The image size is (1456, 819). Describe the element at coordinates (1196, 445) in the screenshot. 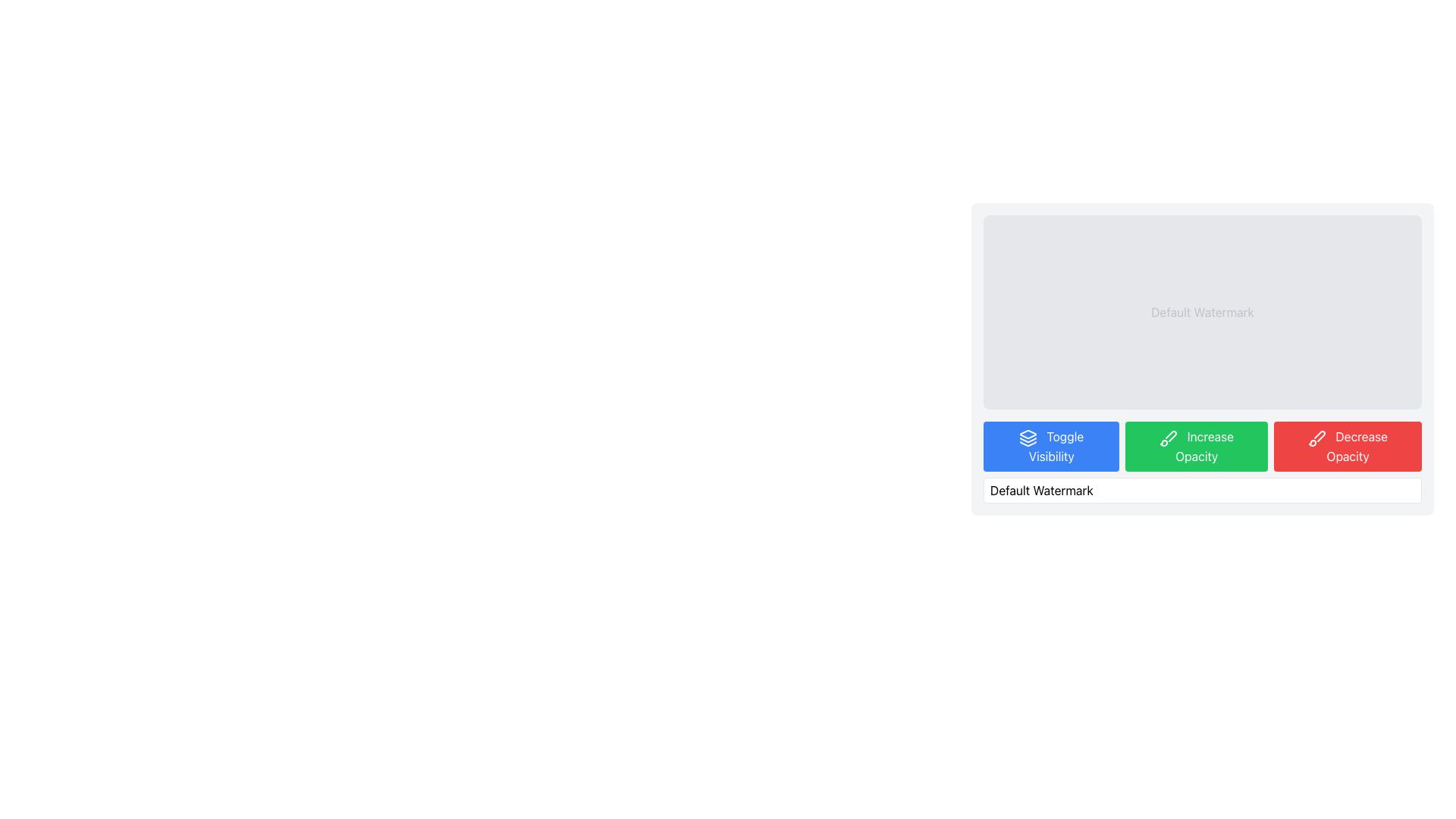

I see `the green 'Increase Opacity' button with rounded corners and a brush icon` at that location.